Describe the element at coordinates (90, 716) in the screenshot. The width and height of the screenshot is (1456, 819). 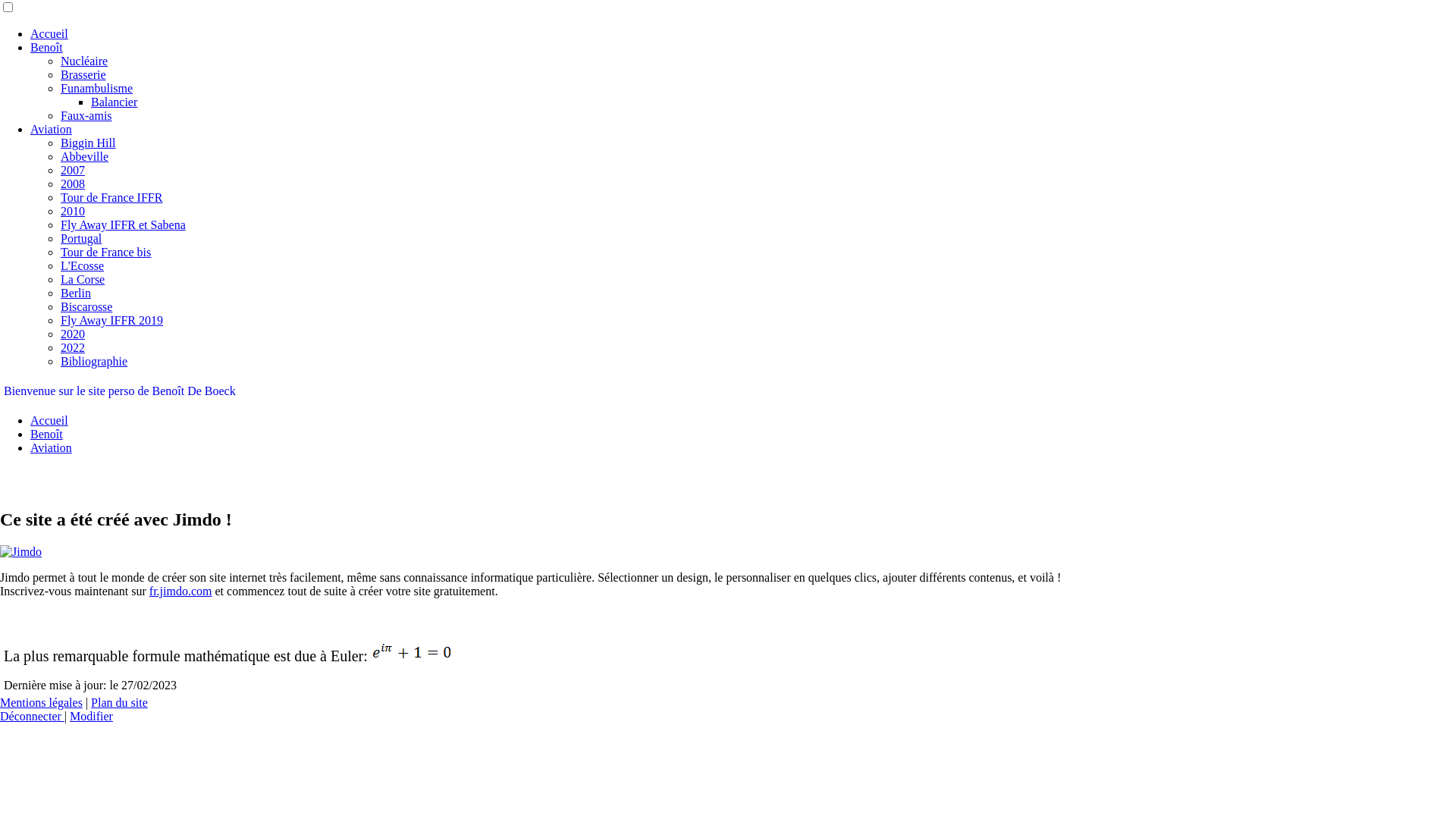
I see `'Modifier'` at that location.